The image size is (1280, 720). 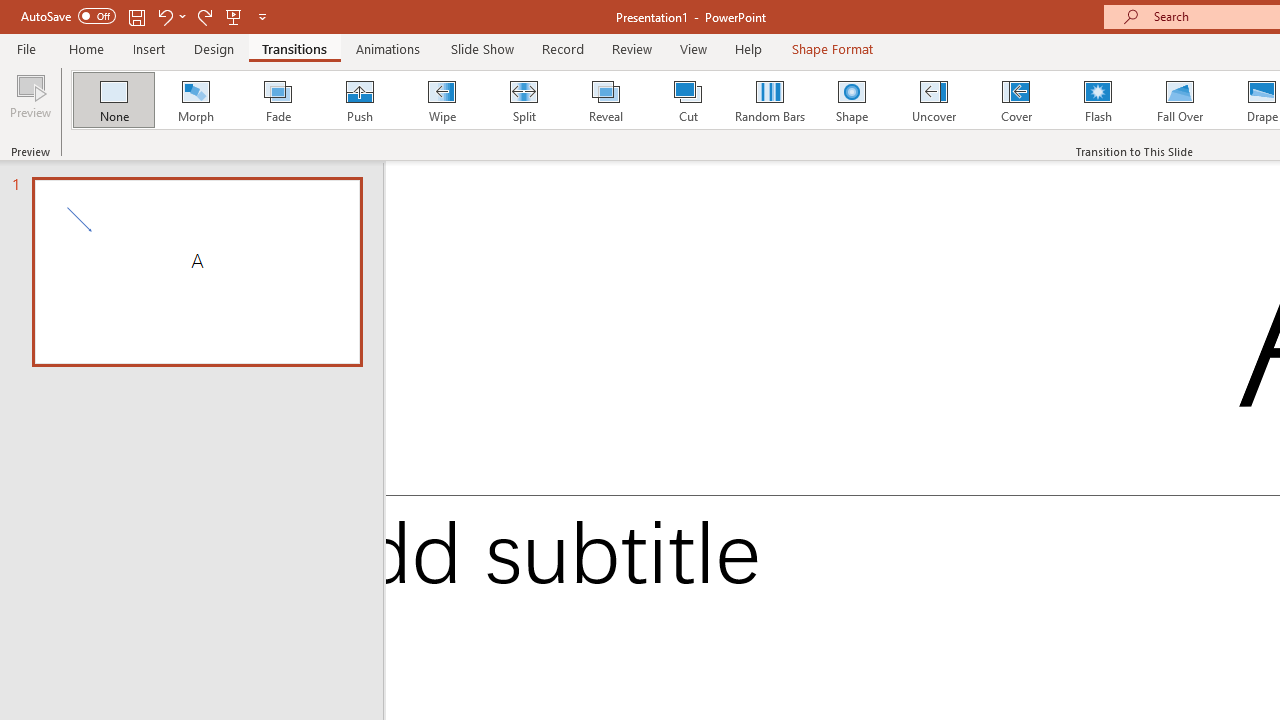 I want to click on 'Cover', so click(x=1016, y=100).